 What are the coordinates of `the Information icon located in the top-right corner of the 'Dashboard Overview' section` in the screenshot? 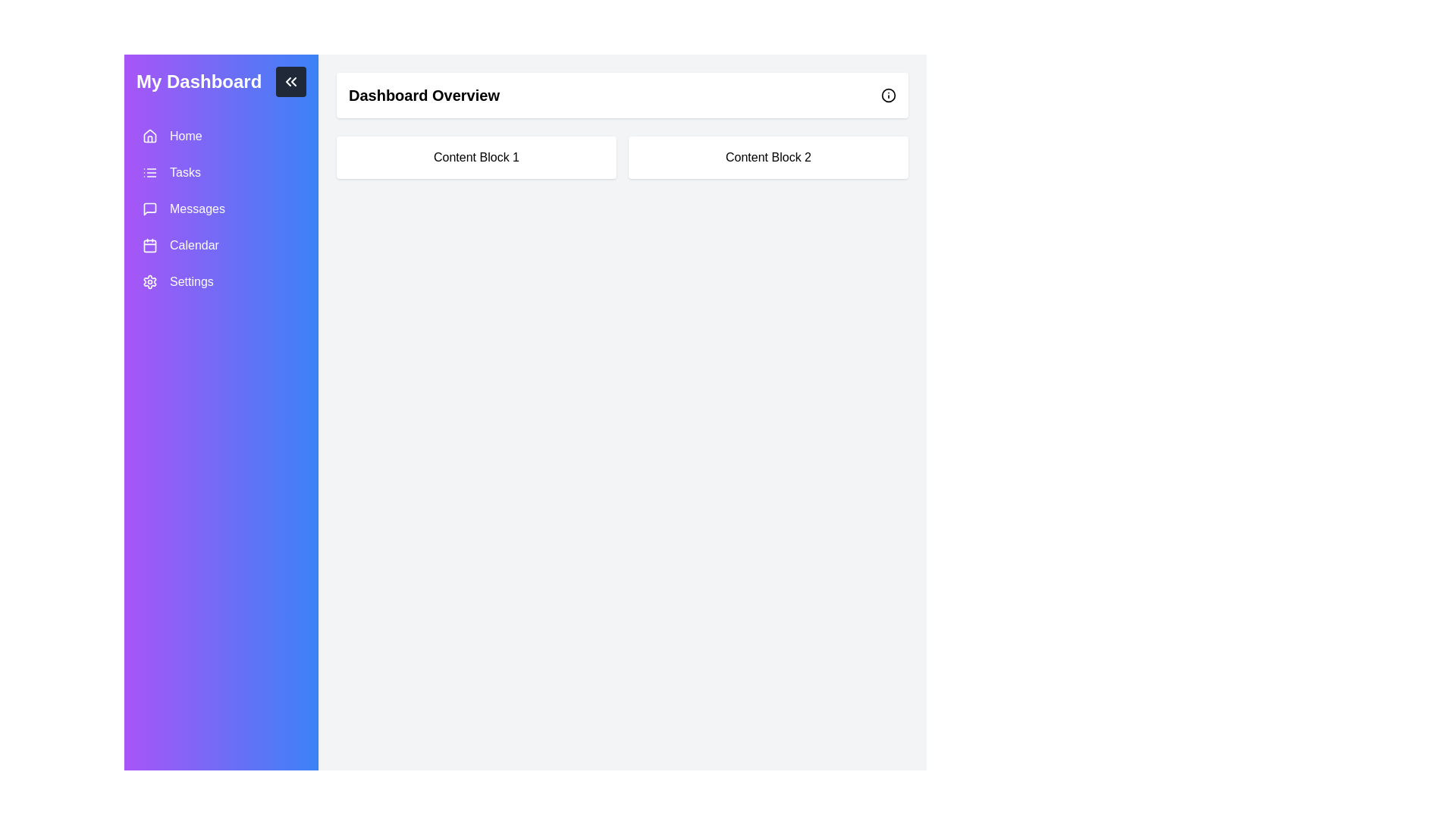 It's located at (888, 96).